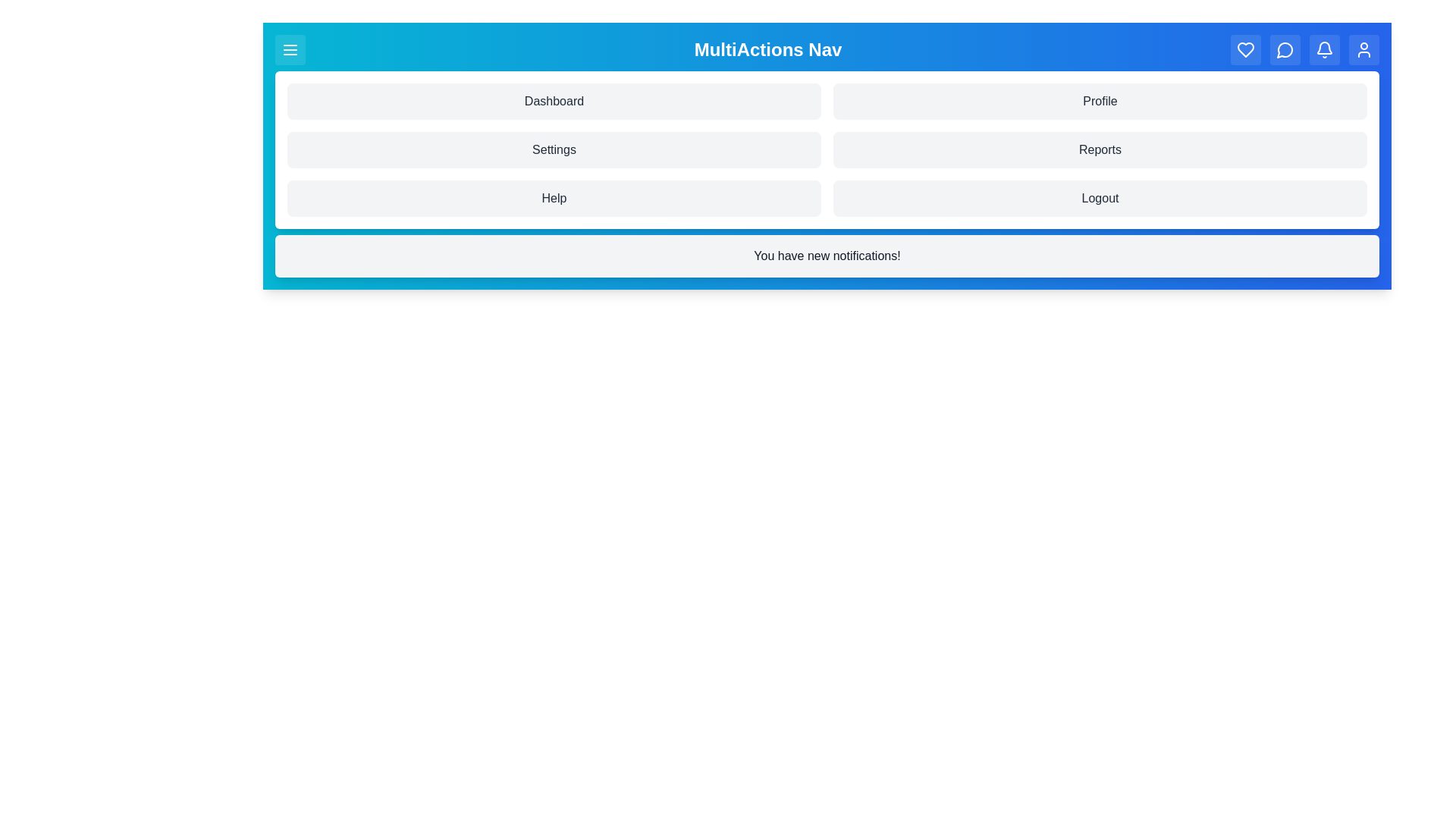 This screenshot has height=819, width=1456. What do you see at coordinates (1100, 102) in the screenshot?
I see `the menu item labeled Profile` at bounding box center [1100, 102].